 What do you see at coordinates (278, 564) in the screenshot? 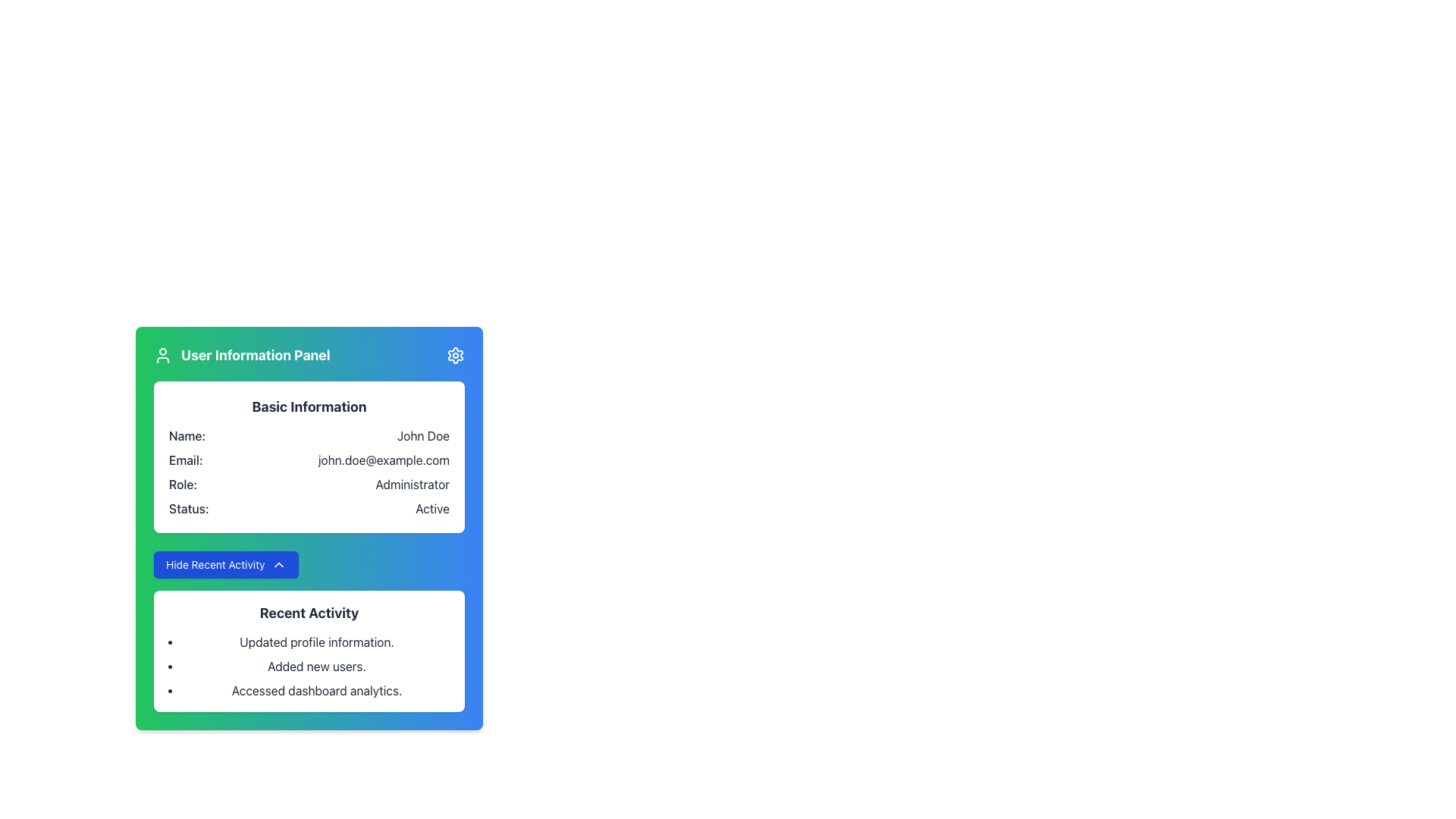
I see `the upward-facing chevron icon within the 'Hide Recent Activity' button` at bounding box center [278, 564].